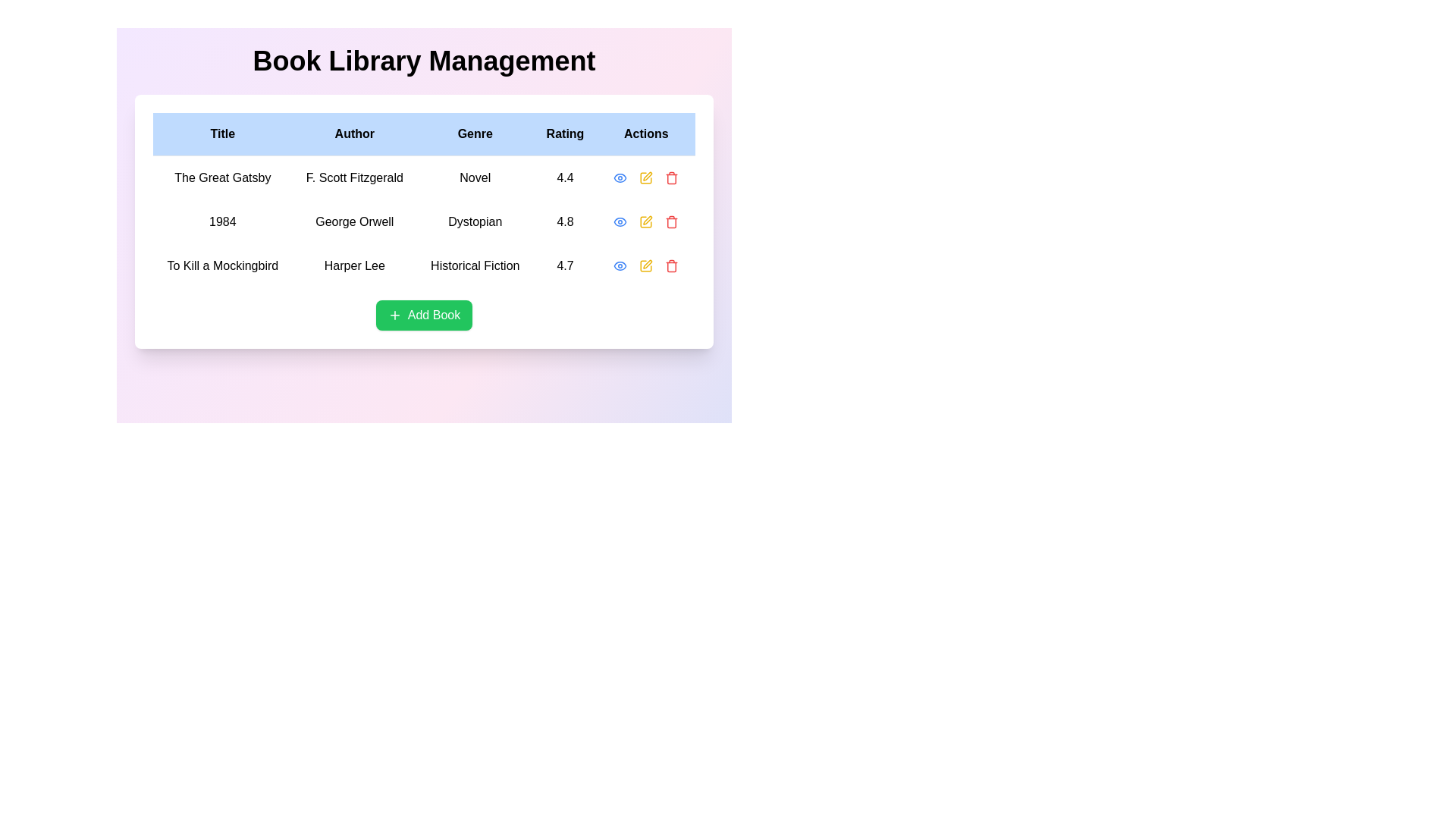 The width and height of the screenshot is (1456, 819). I want to click on the small red trash can icon in the 'Actions' column of the table, so click(671, 222).